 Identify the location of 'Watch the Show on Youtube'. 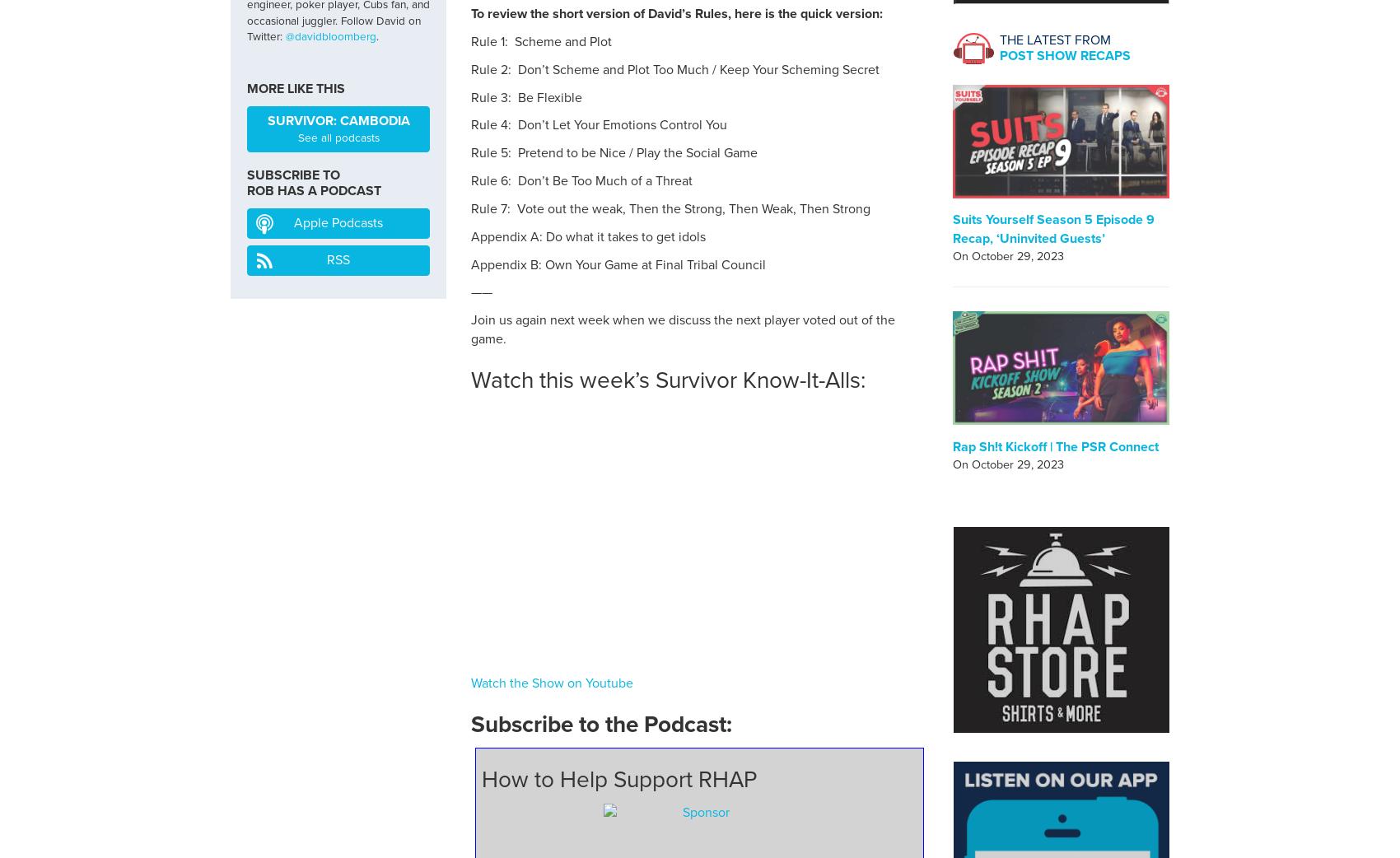
(552, 683).